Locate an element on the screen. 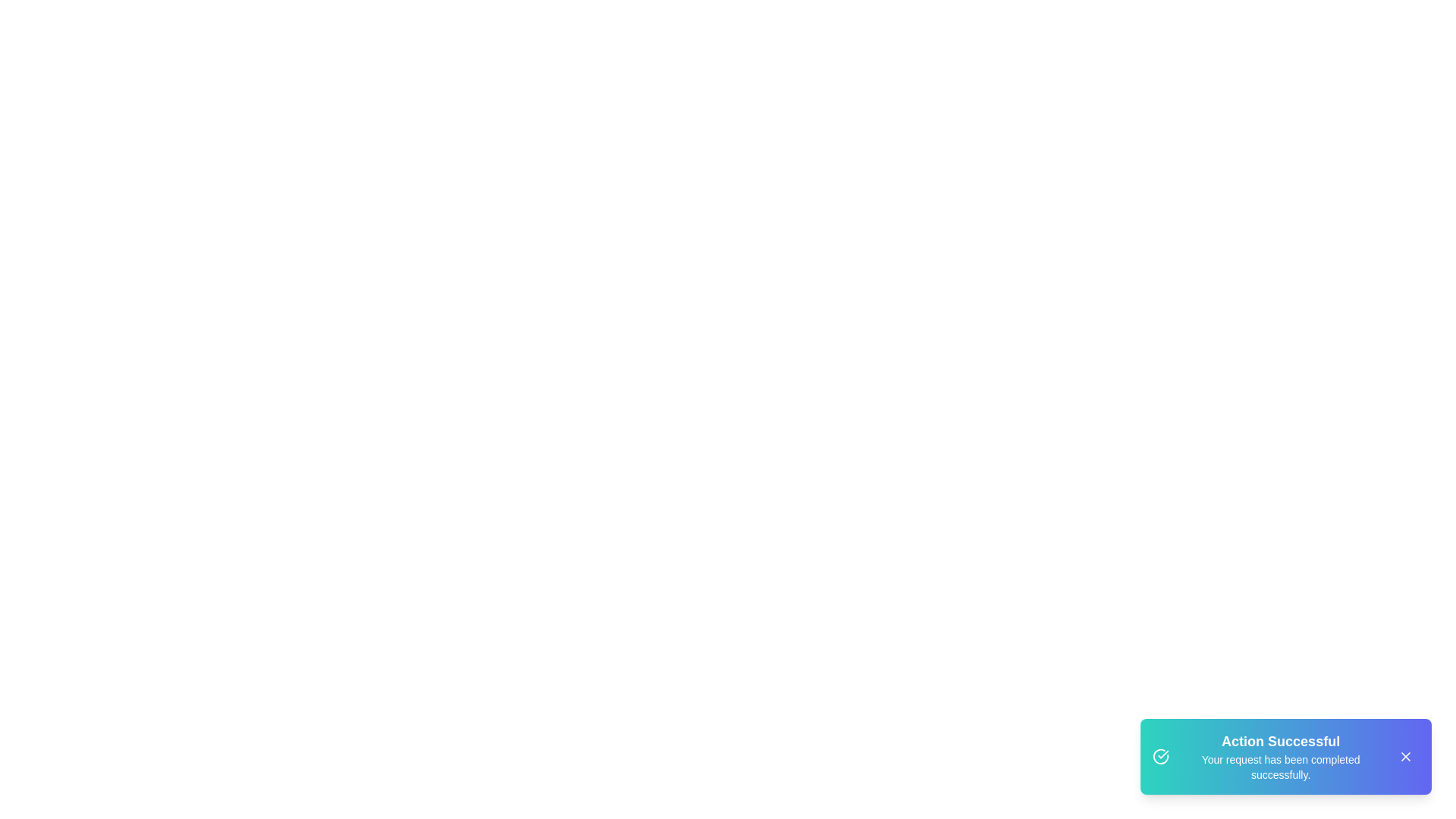 The height and width of the screenshot is (819, 1456). the close button to observe the hover effect is located at coordinates (1404, 757).